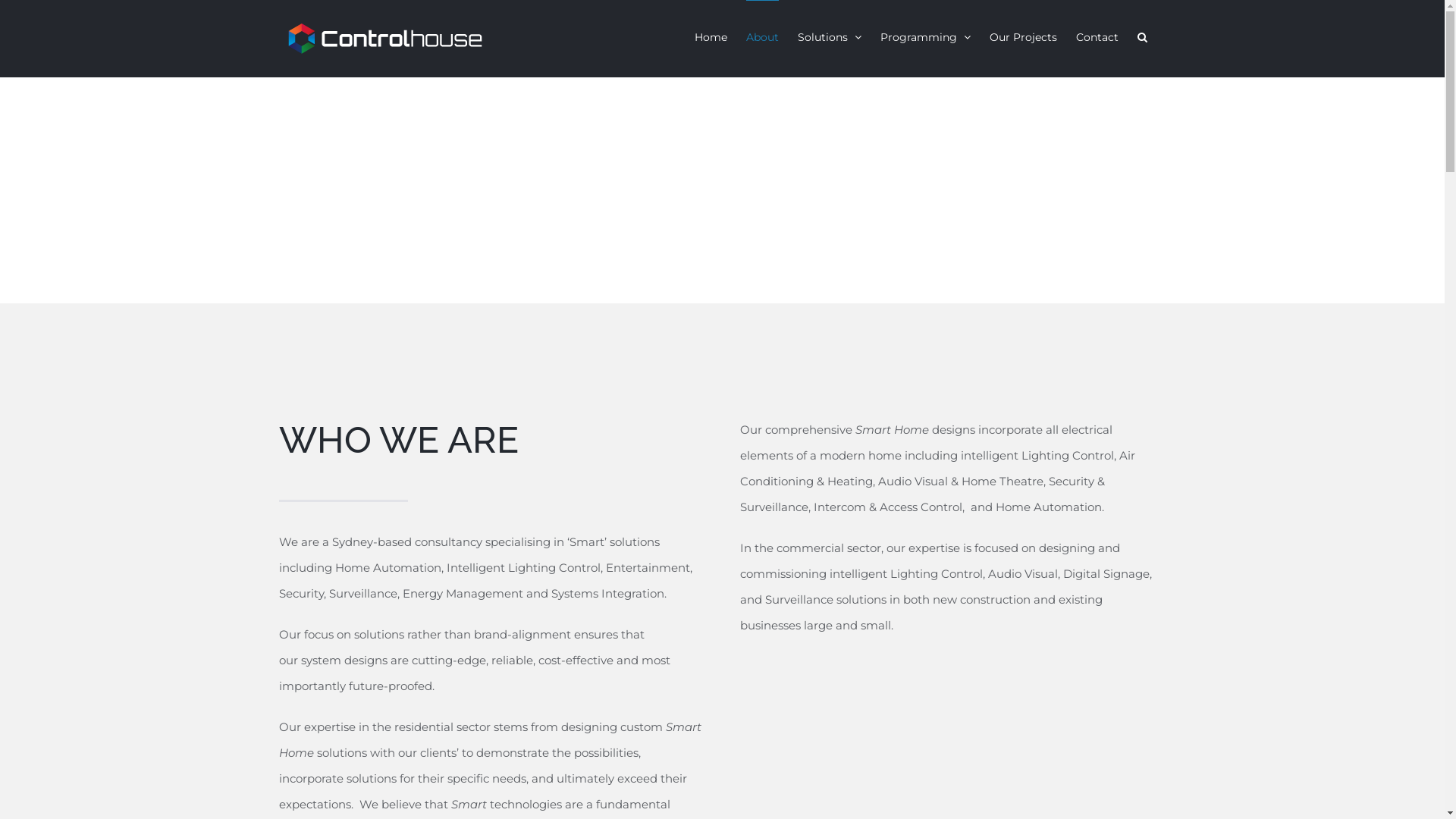 This screenshot has height=819, width=1456. What do you see at coordinates (1096, 35) in the screenshot?
I see `'Contact'` at bounding box center [1096, 35].